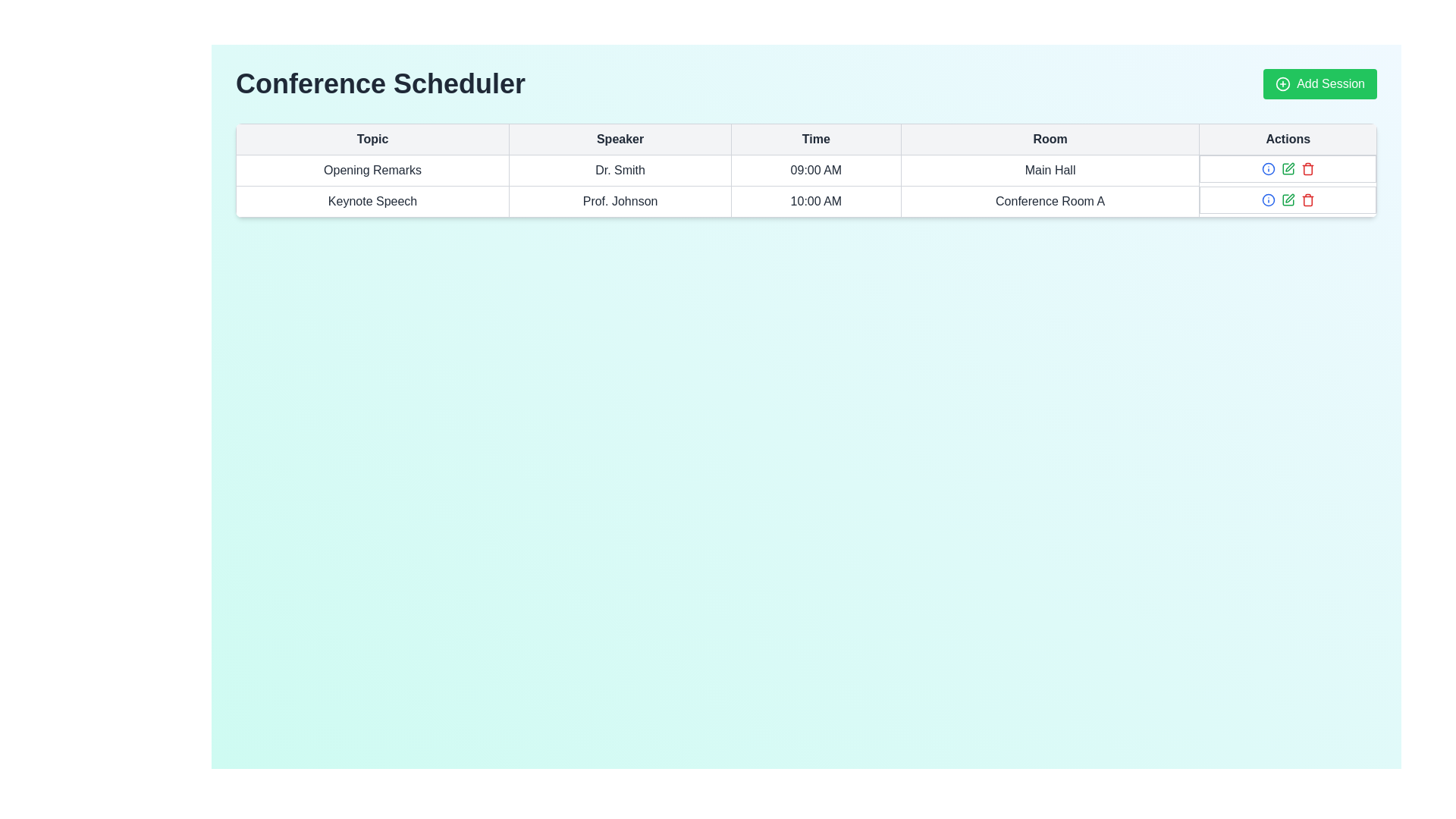 This screenshot has height=819, width=1456. I want to click on the table cell displaying the title 'Keynote Speech' to identify the topic in the conference scheduler, so click(372, 201).